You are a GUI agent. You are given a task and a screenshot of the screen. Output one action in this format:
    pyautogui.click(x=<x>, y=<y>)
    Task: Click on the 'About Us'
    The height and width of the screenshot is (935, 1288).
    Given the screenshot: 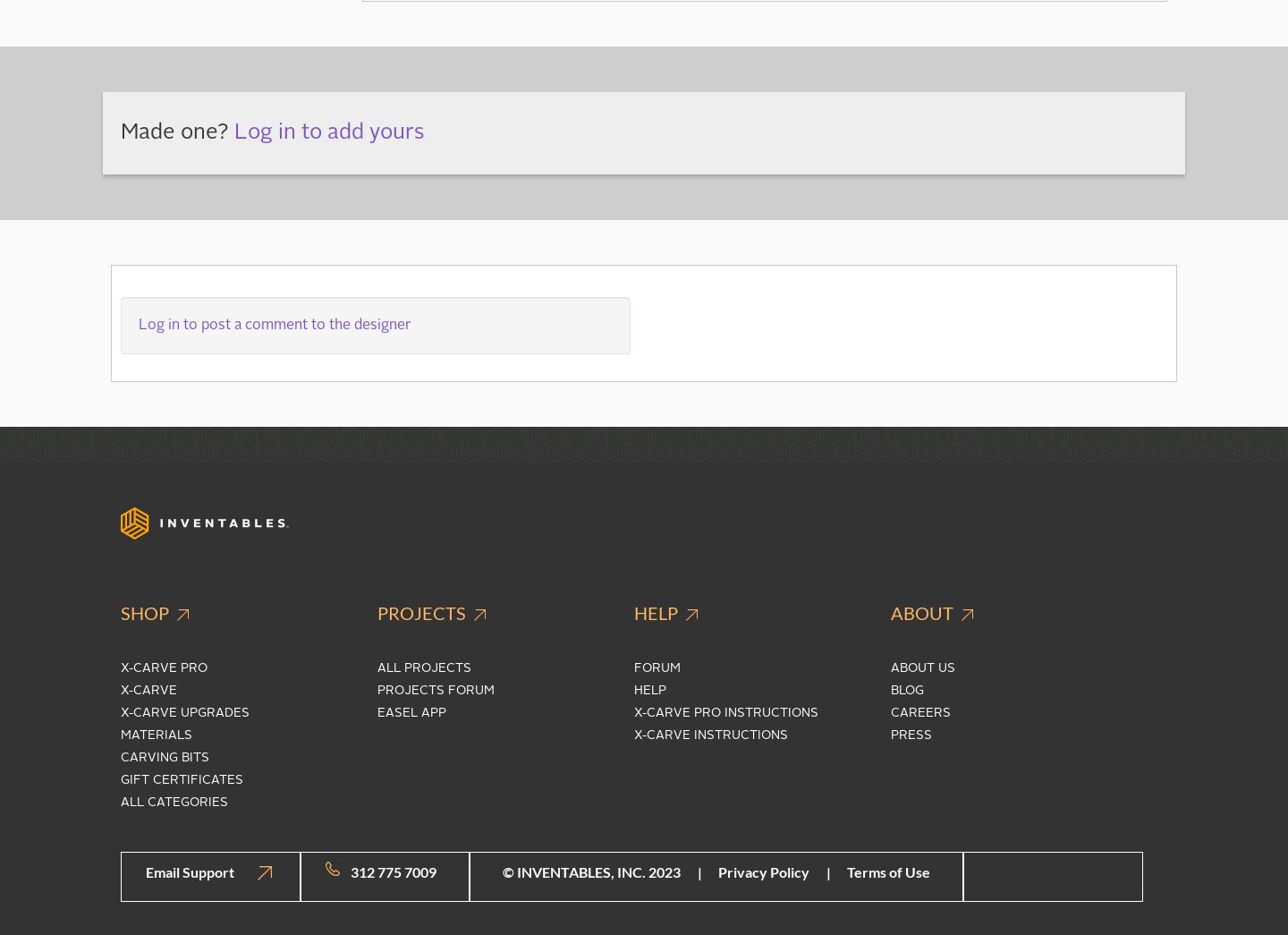 What is the action you would take?
    pyautogui.click(x=923, y=667)
    